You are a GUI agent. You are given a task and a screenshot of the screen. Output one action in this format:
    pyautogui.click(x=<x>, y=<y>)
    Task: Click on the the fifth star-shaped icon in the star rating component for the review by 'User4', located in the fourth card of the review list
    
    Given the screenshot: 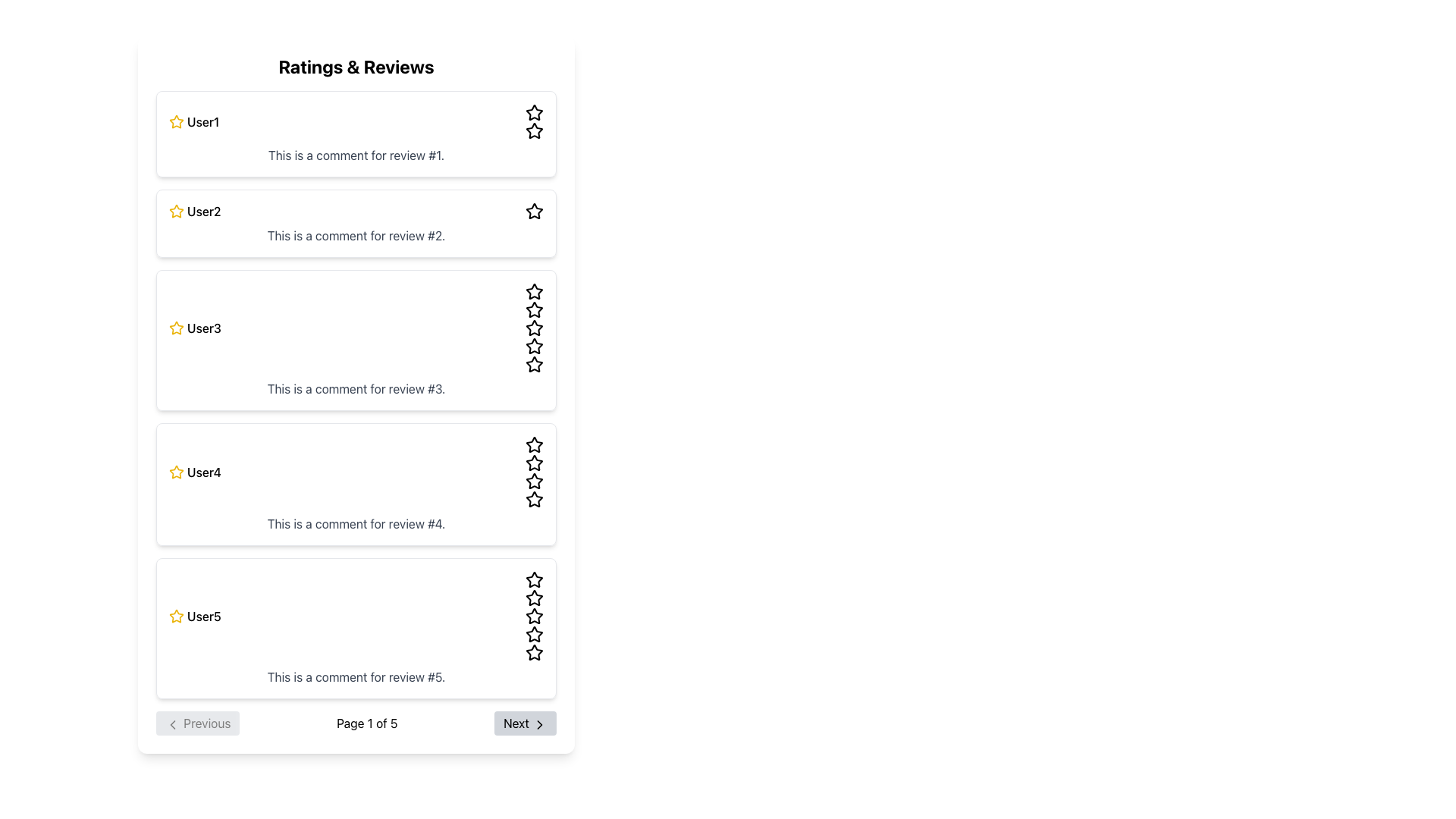 What is the action you would take?
    pyautogui.click(x=535, y=500)
    